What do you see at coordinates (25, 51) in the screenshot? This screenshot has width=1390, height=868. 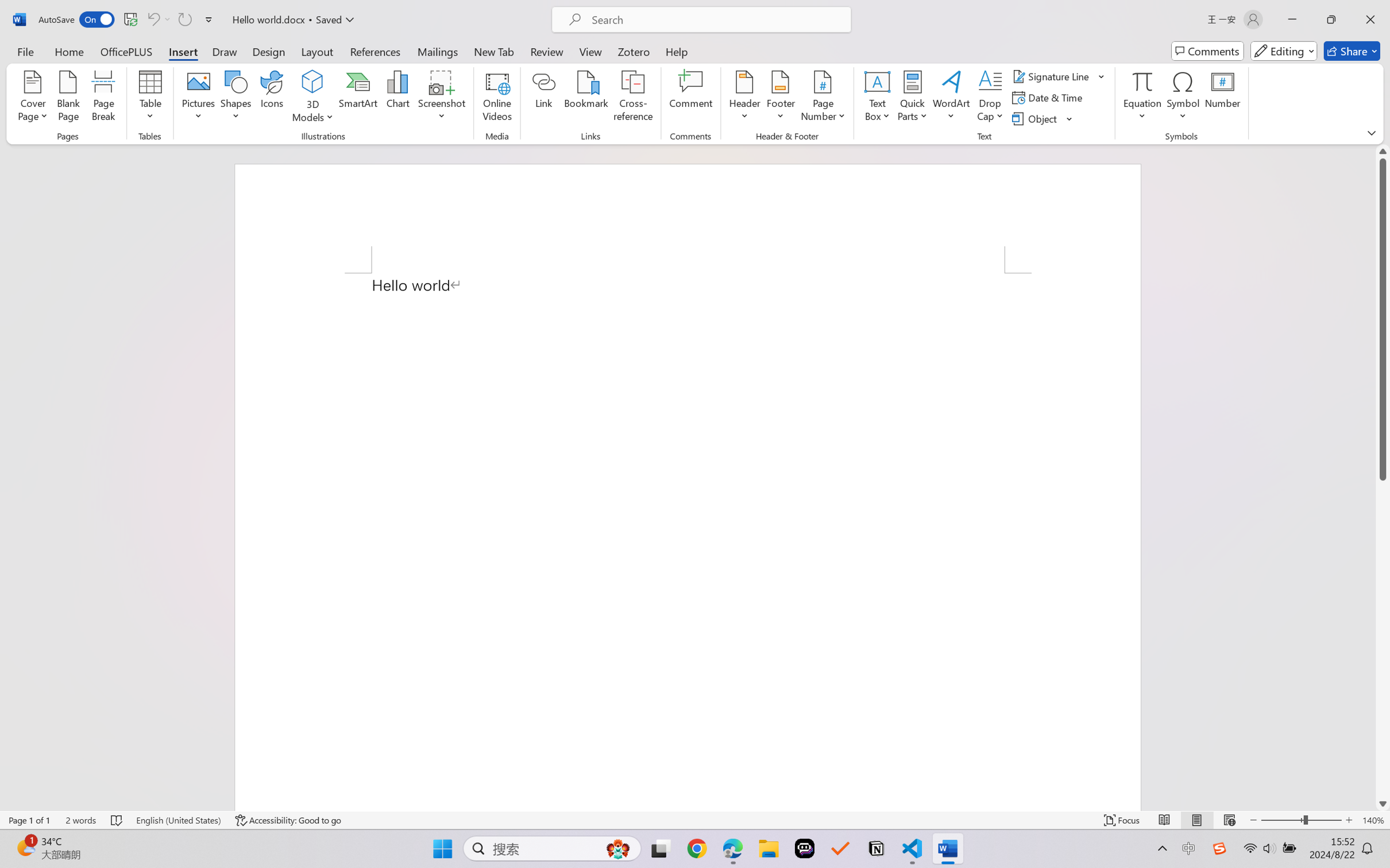 I see `'File Tab'` at bounding box center [25, 51].